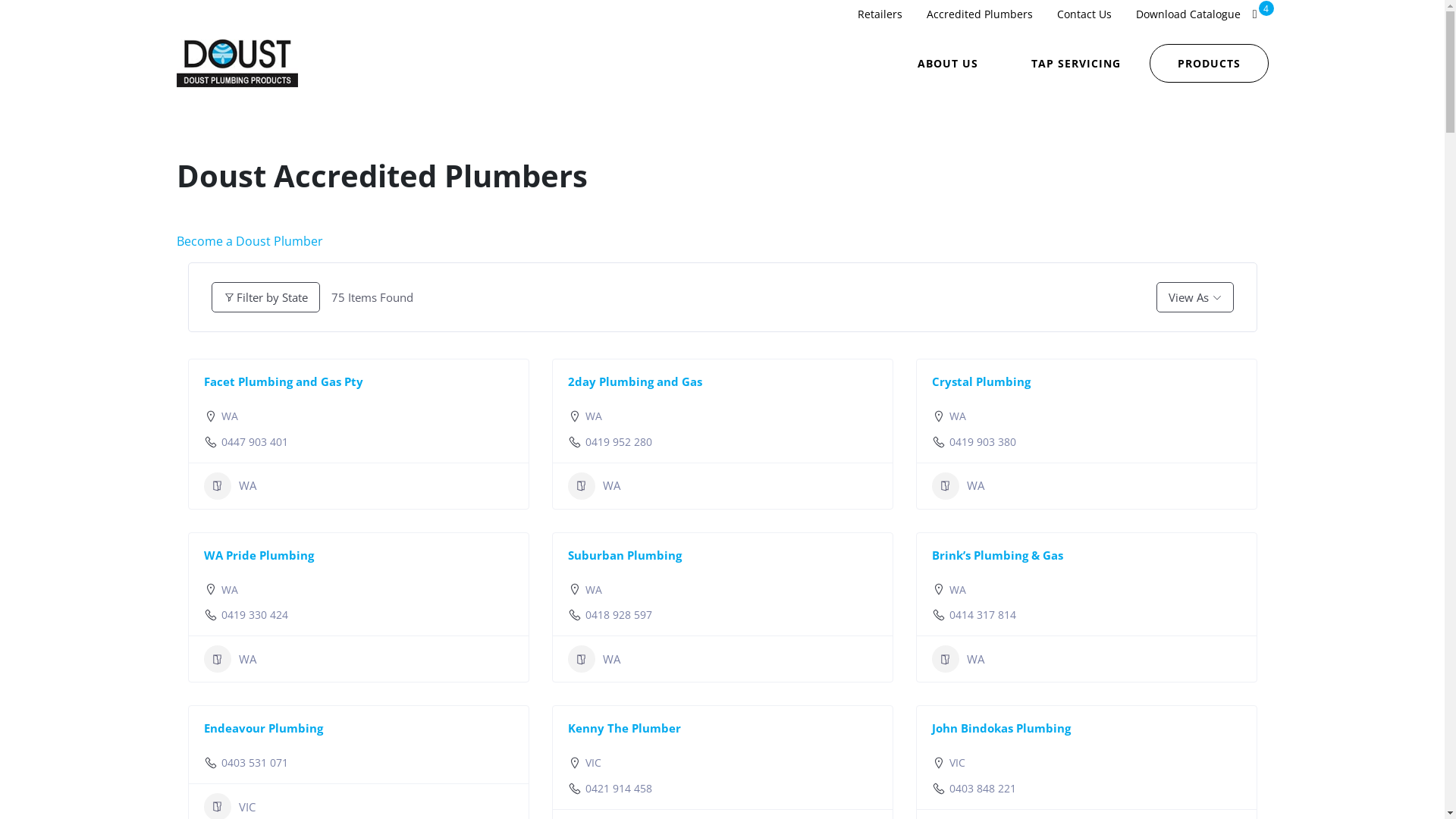  I want to click on 'Download Catalogue', so click(1187, 14).